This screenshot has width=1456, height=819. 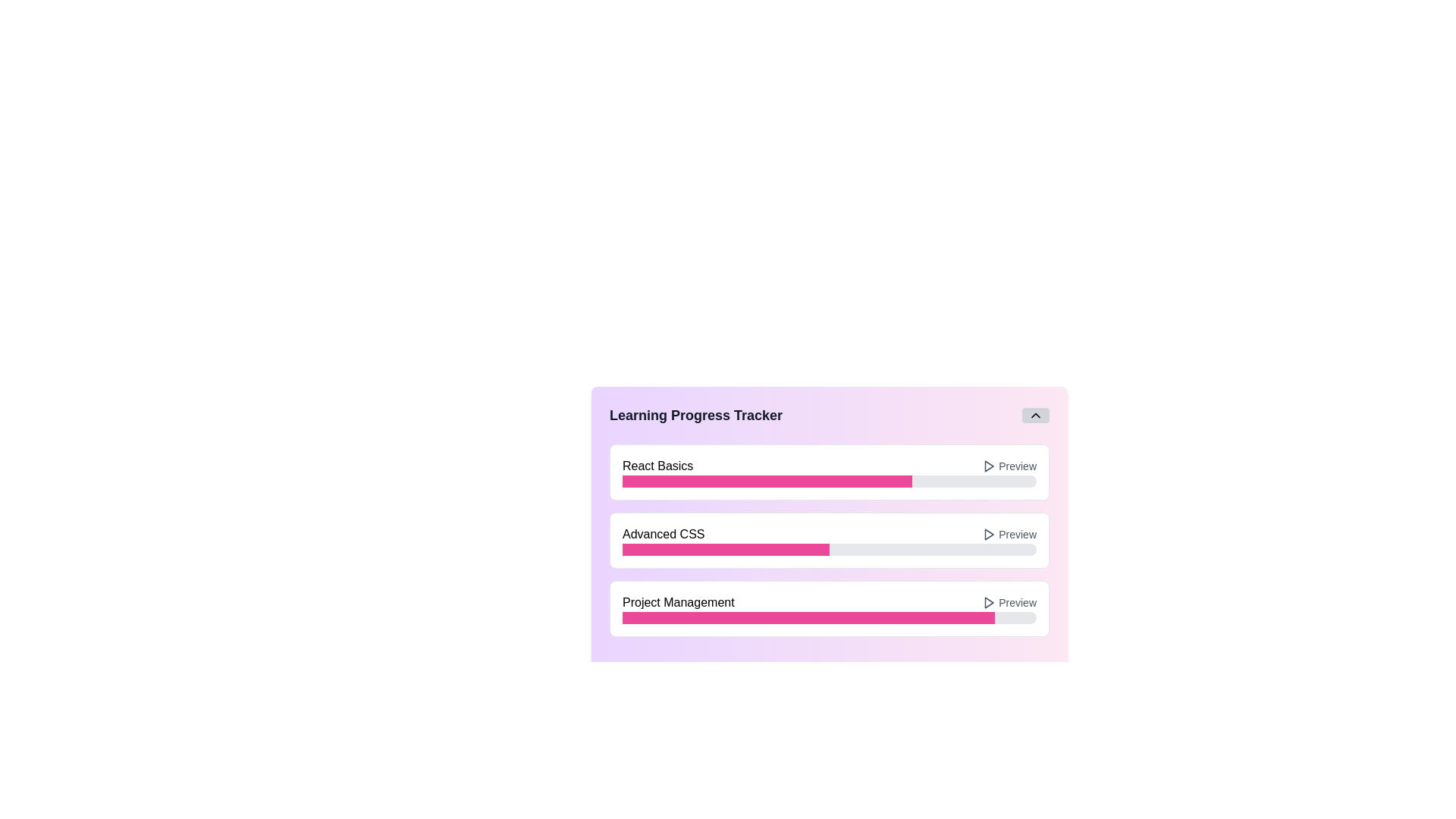 I want to click on the Text label indicating the option, so click(x=1018, y=534).